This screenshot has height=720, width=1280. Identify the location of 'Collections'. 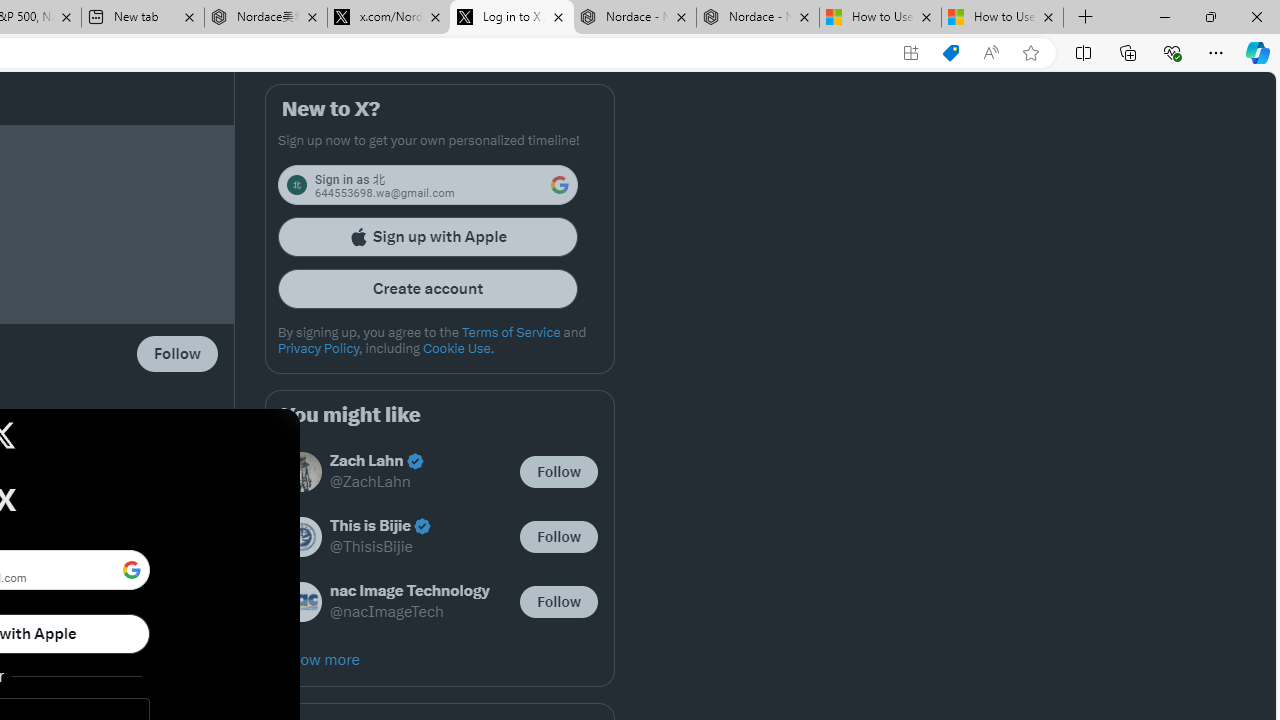
(1128, 51).